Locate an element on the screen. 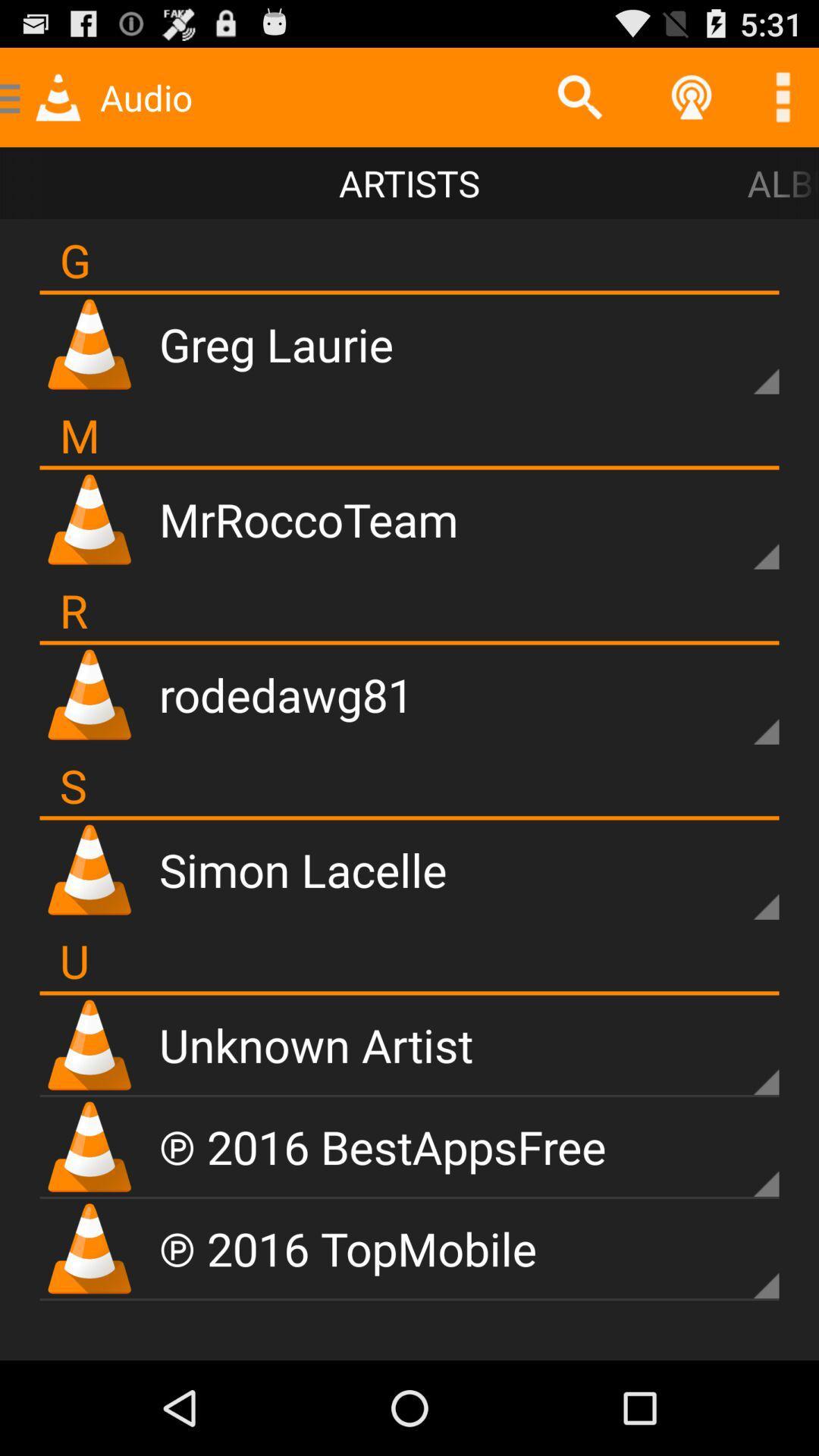 The width and height of the screenshot is (819, 1456). simon lacelle is located at coordinates (303, 869).